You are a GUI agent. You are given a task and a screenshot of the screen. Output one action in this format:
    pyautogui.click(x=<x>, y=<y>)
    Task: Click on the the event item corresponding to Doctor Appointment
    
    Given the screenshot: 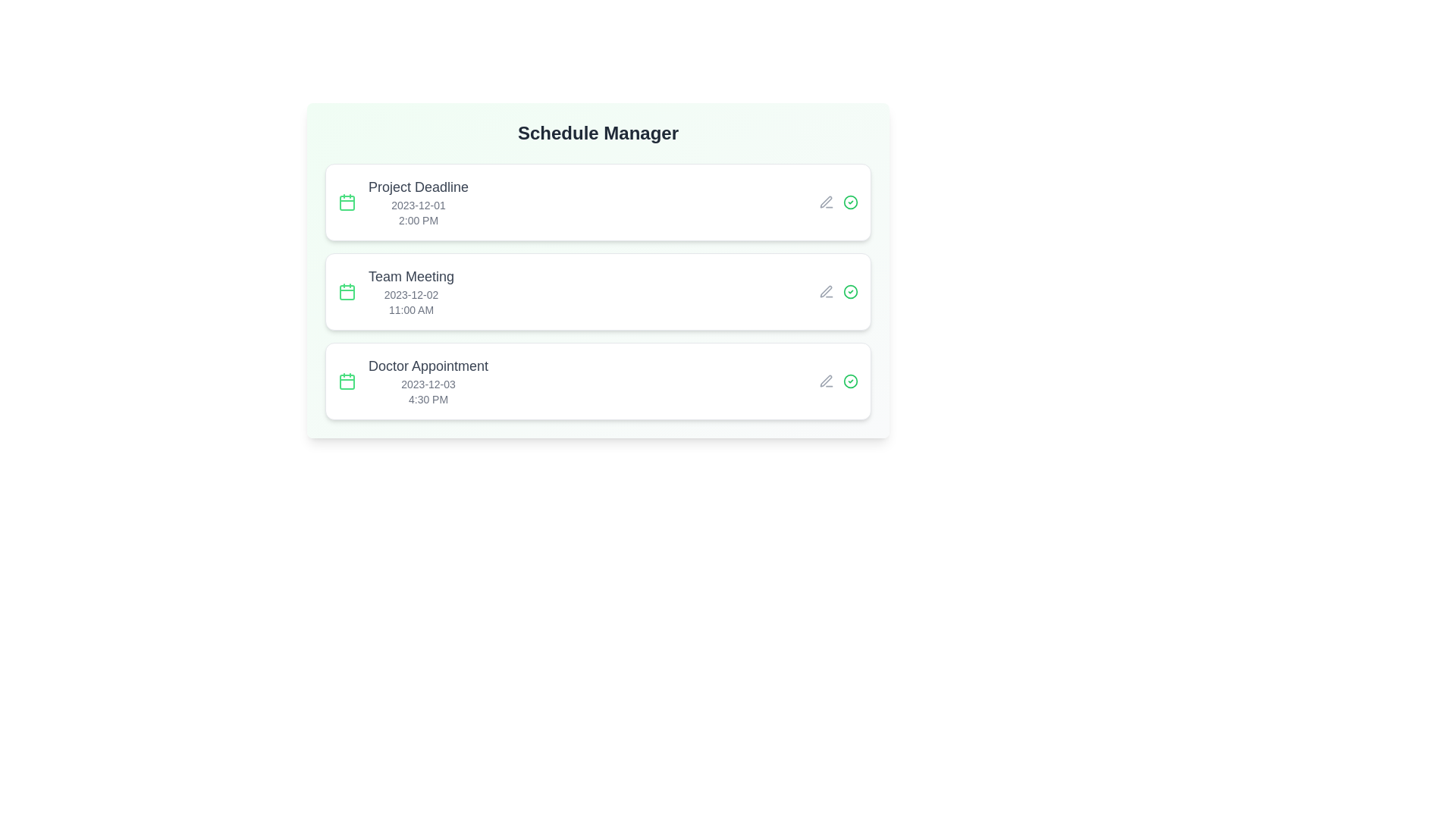 What is the action you would take?
    pyautogui.click(x=597, y=380)
    